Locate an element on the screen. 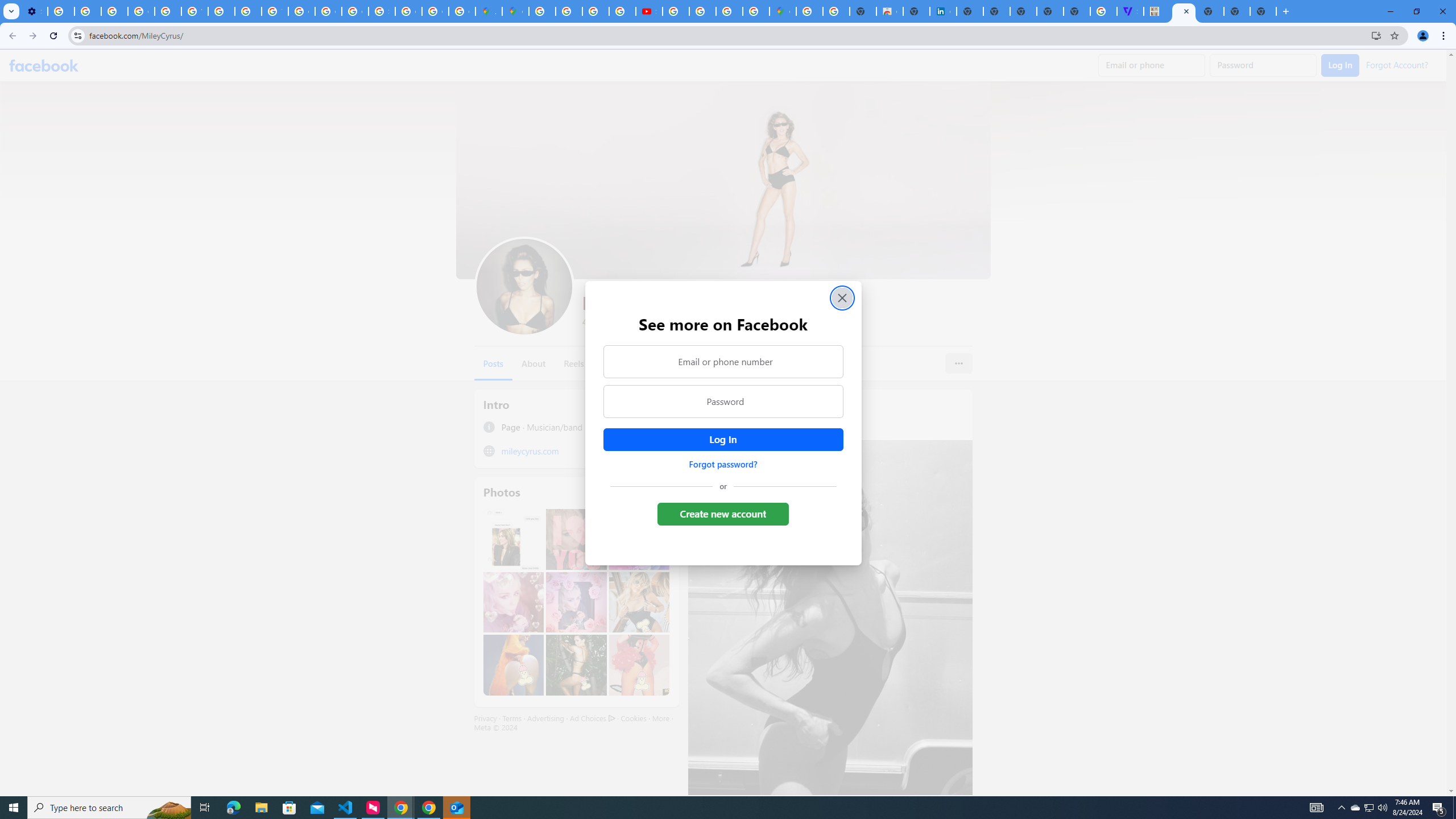 The image size is (1456, 819). 'Forgot Account?' is located at coordinates (1396, 64).